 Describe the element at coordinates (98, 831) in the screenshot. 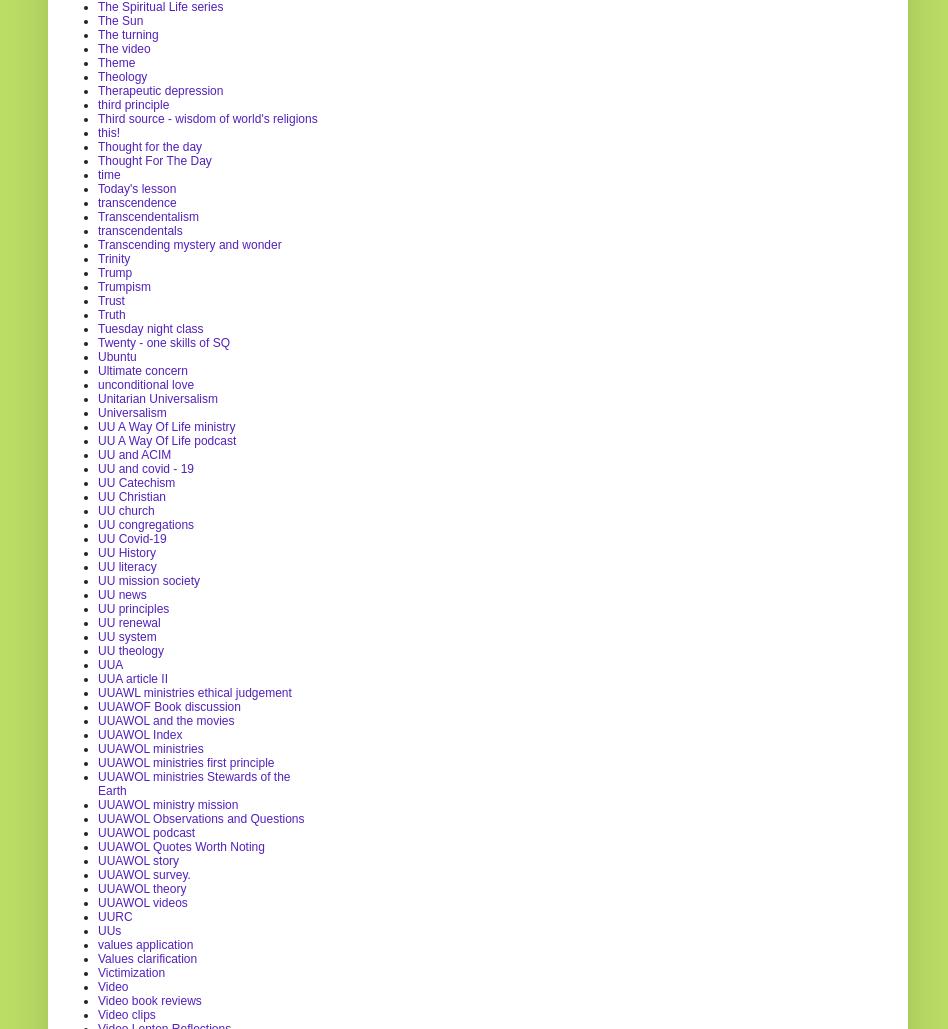

I see `'UUAWOL podcast'` at that location.